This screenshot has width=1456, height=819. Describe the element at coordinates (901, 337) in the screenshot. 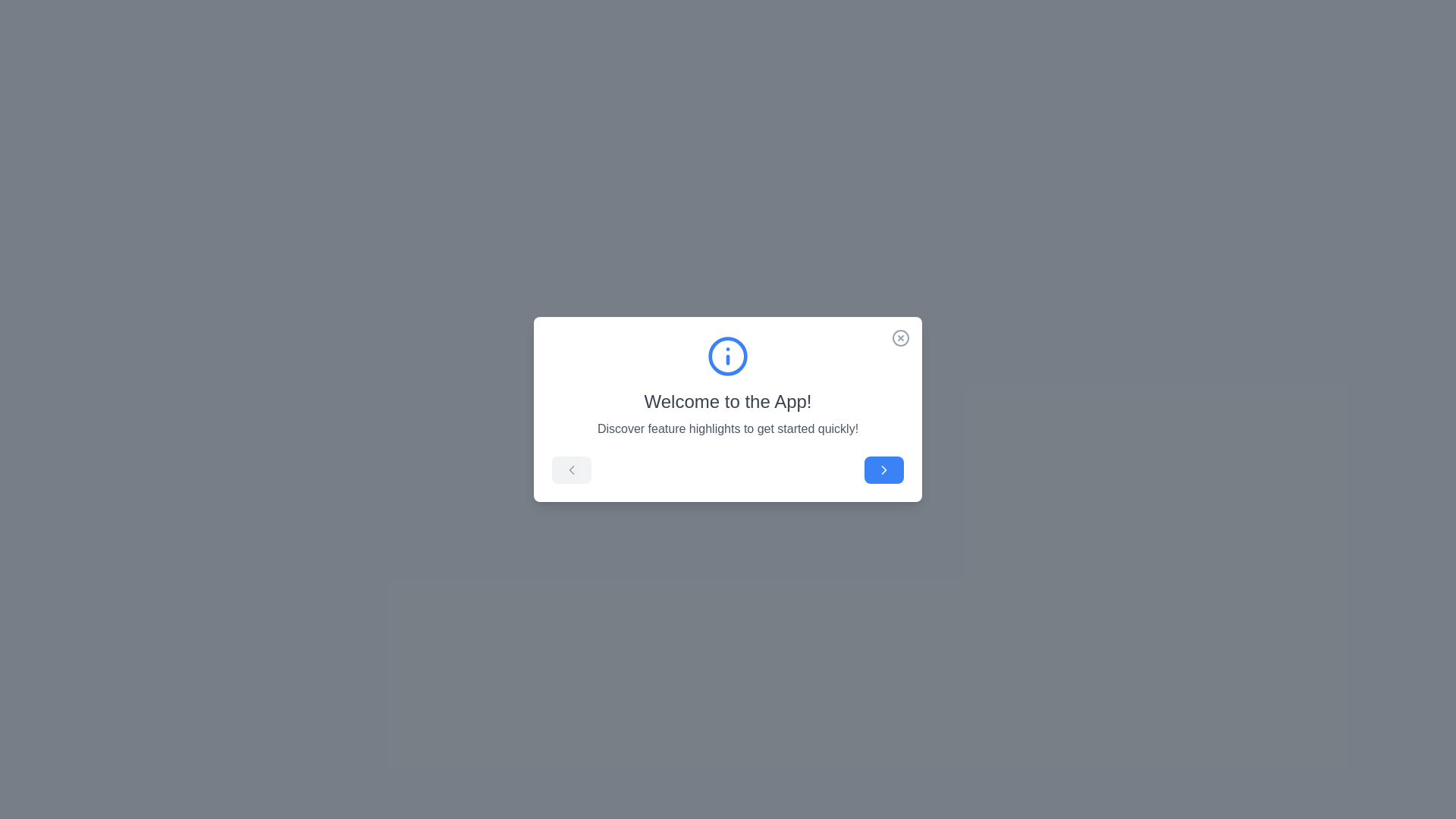

I see `close button at the top-right corner of the onboarding guide` at that location.